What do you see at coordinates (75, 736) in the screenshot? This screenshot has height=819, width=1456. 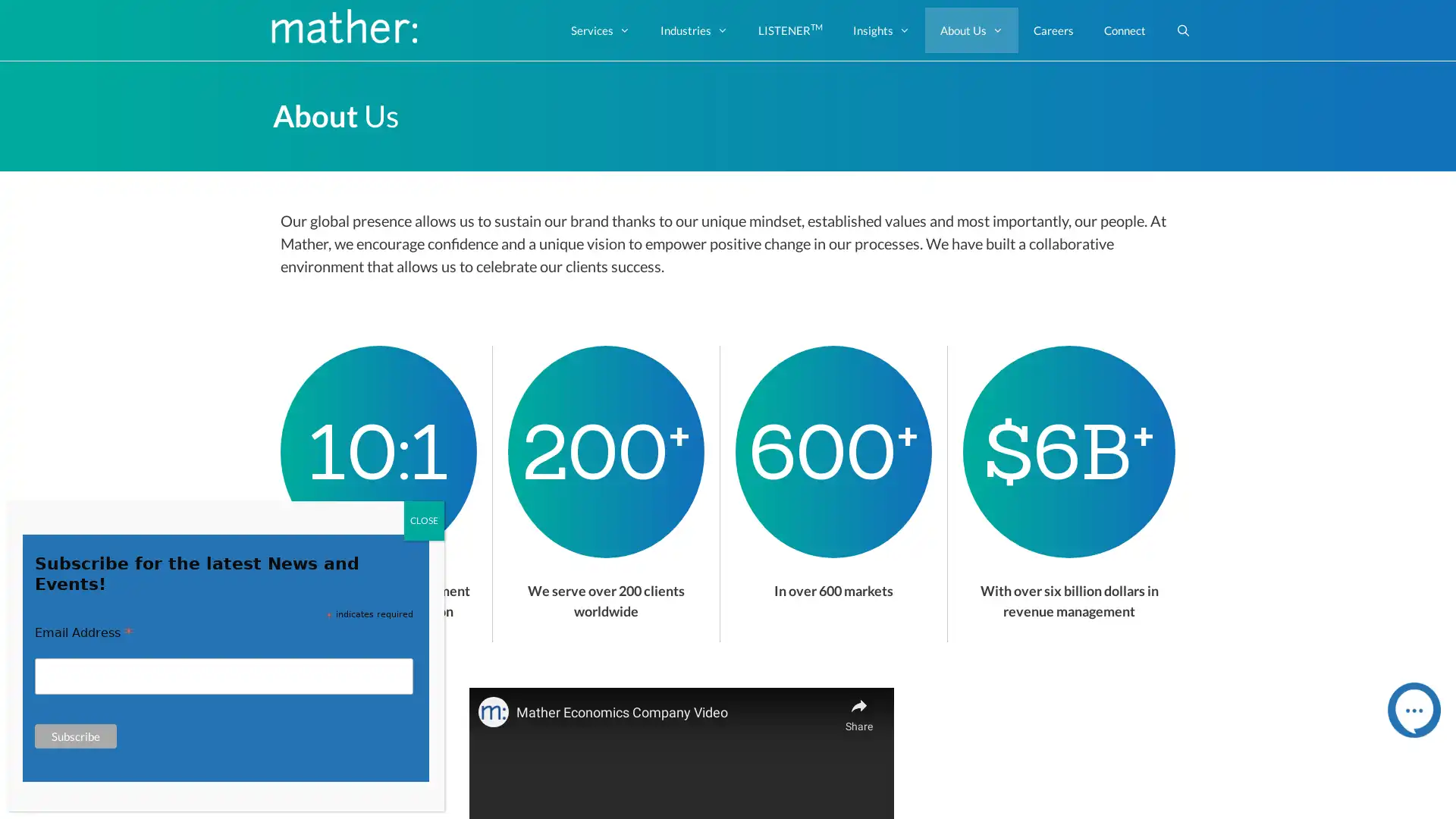 I see `Subscribe` at bounding box center [75, 736].